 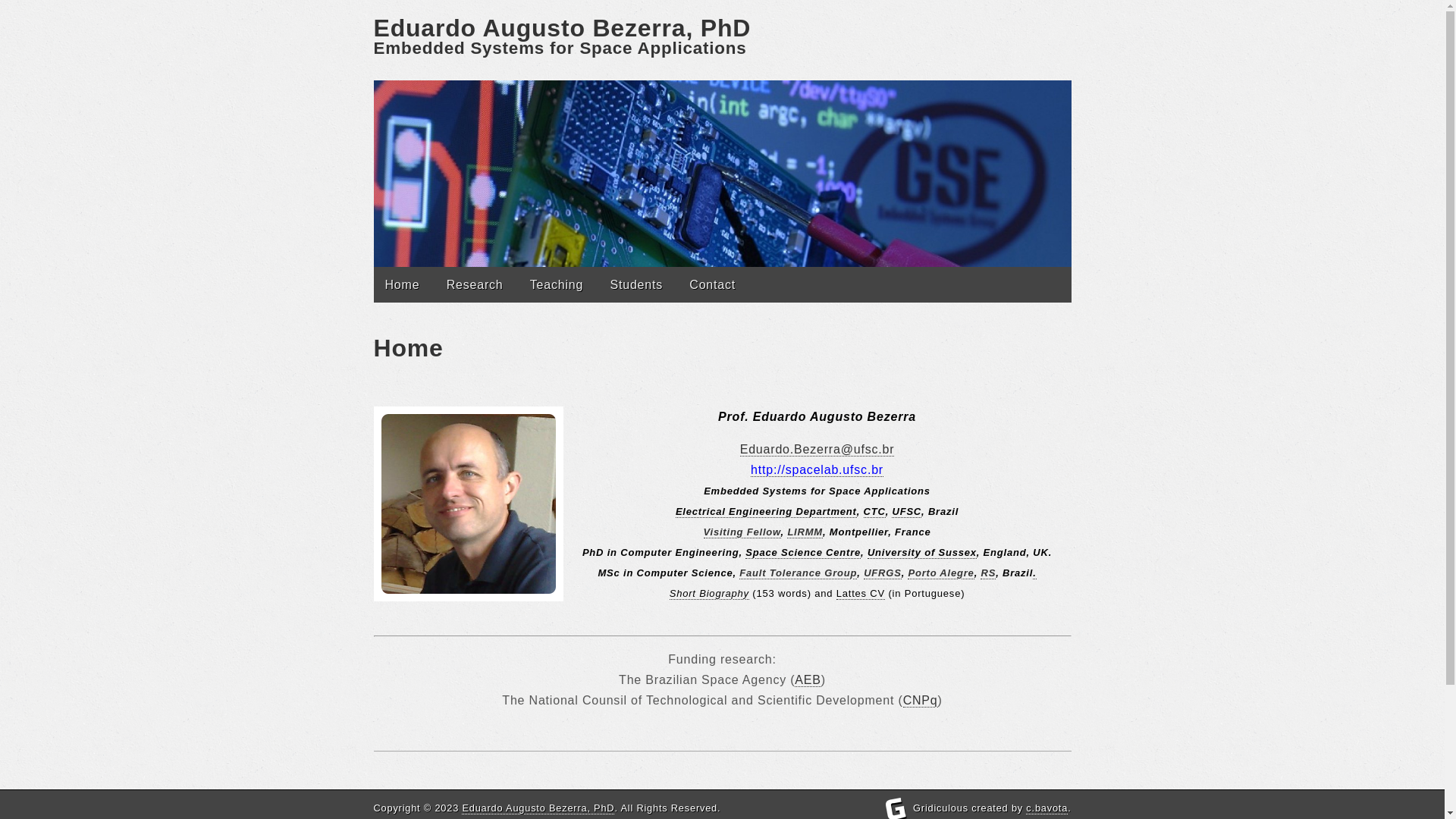 What do you see at coordinates (708, 593) in the screenshot?
I see `'Short Biography'` at bounding box center [708, 593].